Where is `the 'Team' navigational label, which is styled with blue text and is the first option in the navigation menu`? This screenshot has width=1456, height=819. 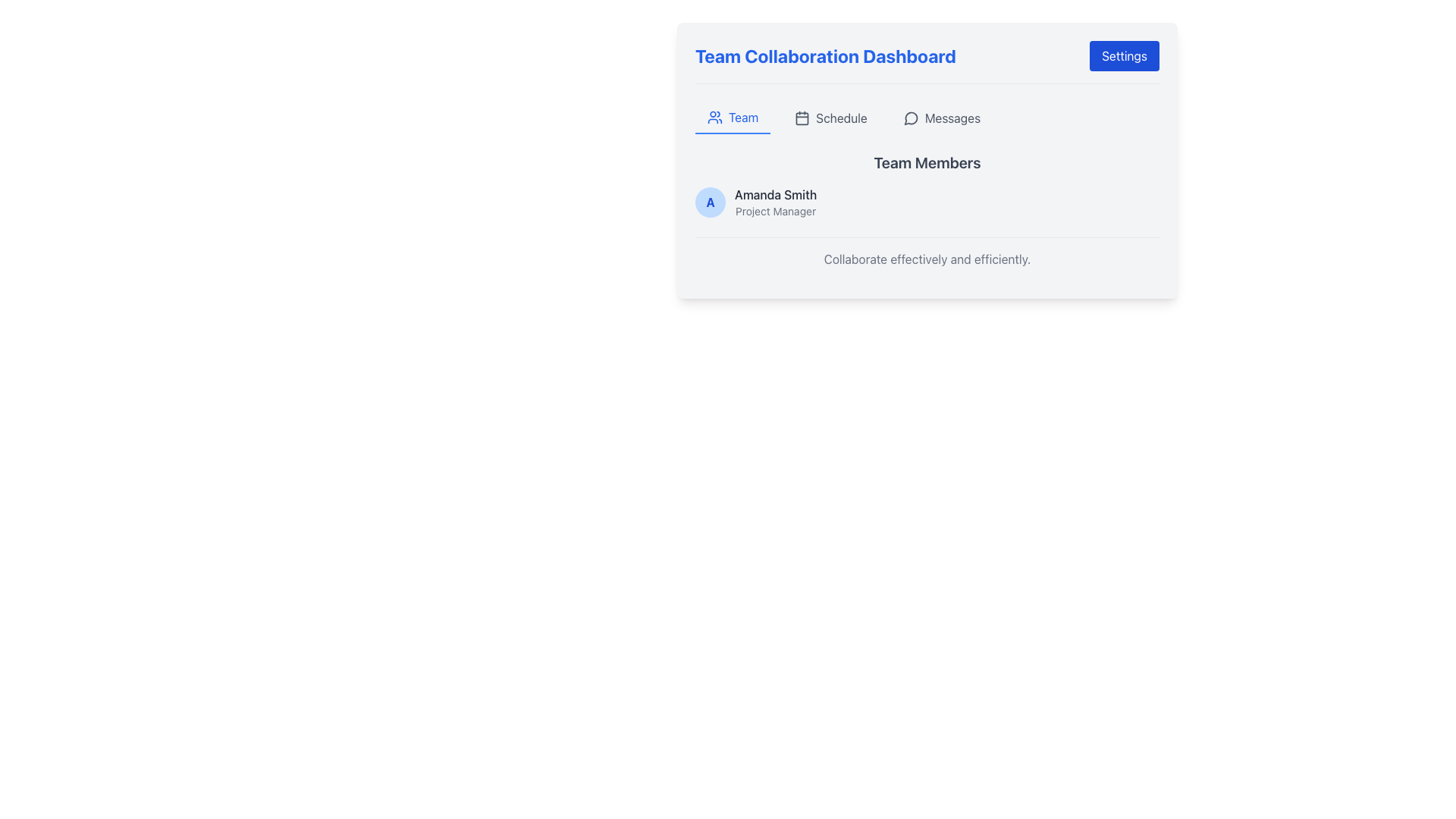
the 'Team' navigational label, which is styled with blue text and is the first option in the navigation menu is located at coordinates (743, 116).